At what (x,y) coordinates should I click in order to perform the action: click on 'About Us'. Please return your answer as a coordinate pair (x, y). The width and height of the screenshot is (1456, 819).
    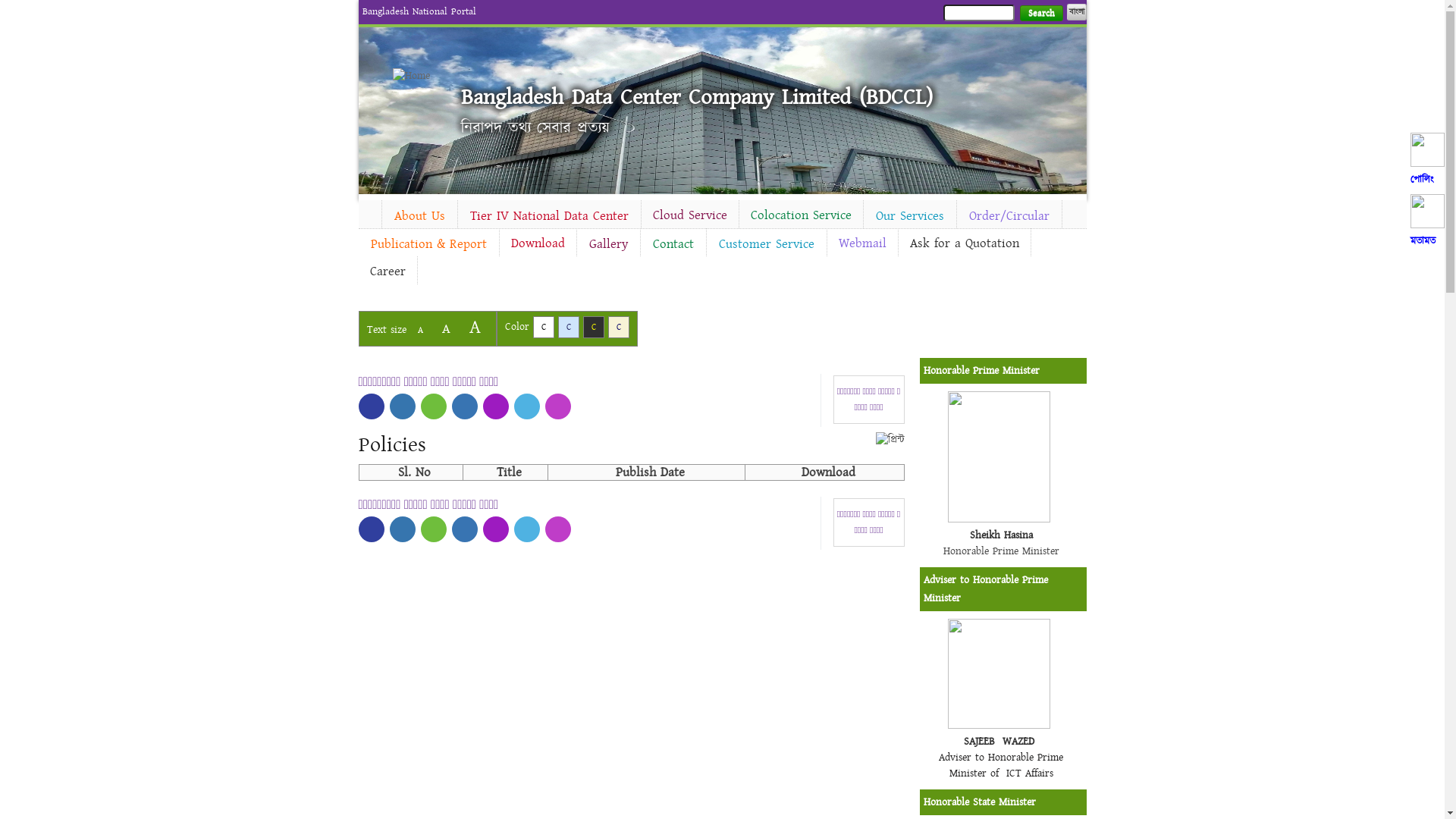
    Looking at the image, I should click on (419, 216).